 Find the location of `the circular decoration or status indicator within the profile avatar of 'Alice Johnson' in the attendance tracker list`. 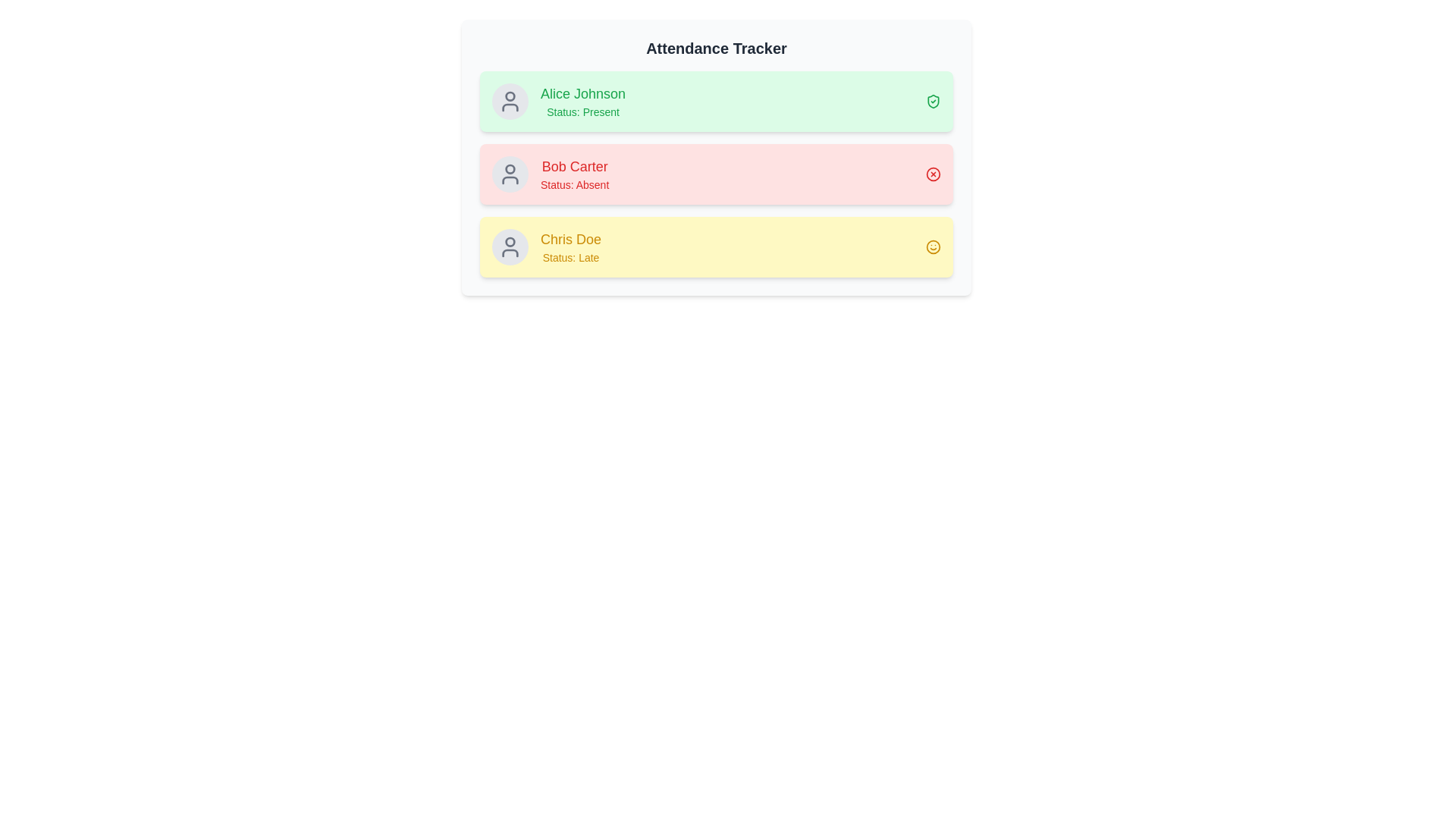

the circular decoration or status indicator within the profile avatar of 'Alice Johnson' in the attendance tracker list is located at coordinates (510, 96).